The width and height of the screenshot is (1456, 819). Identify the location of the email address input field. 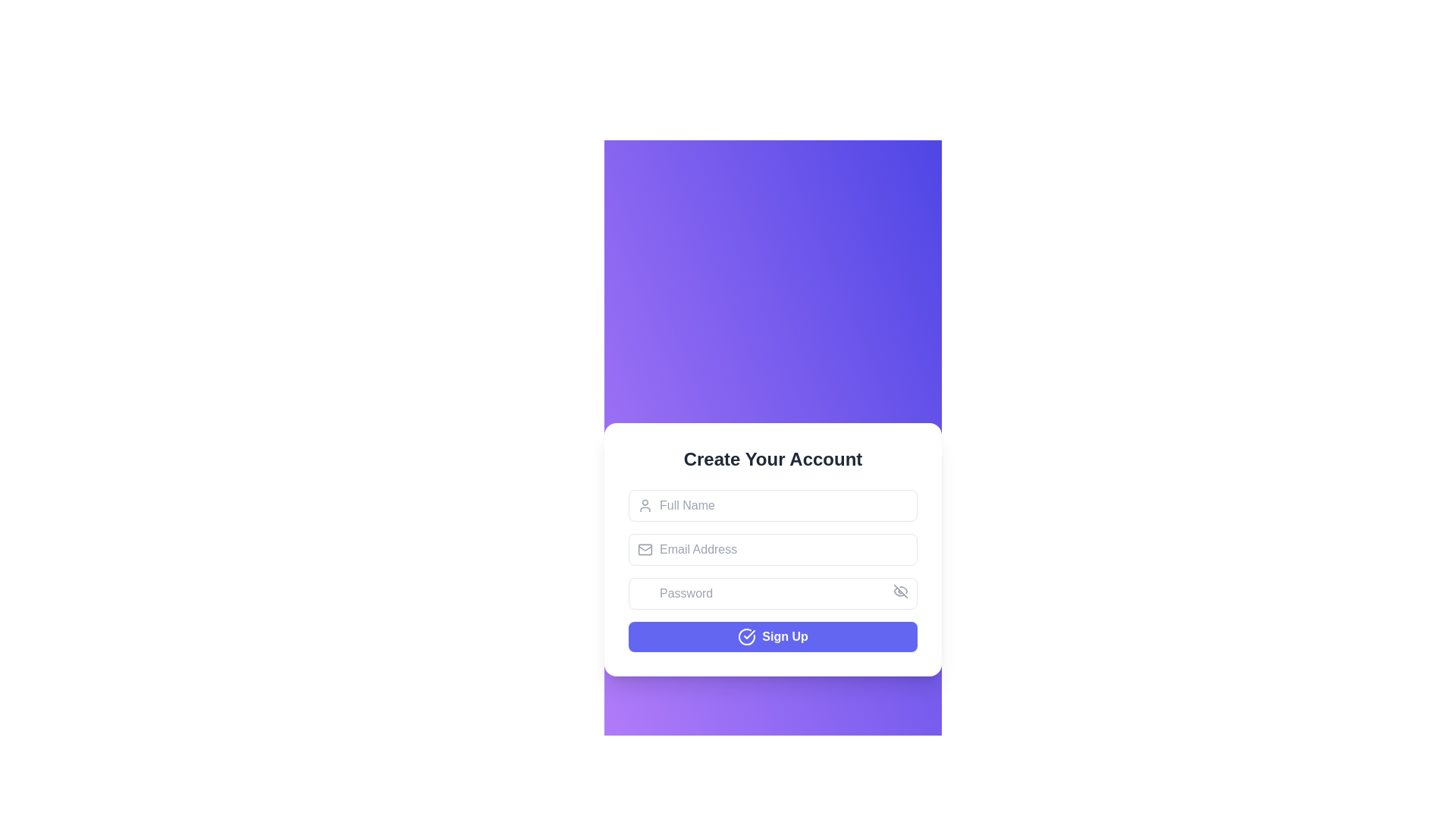
(773, 549).